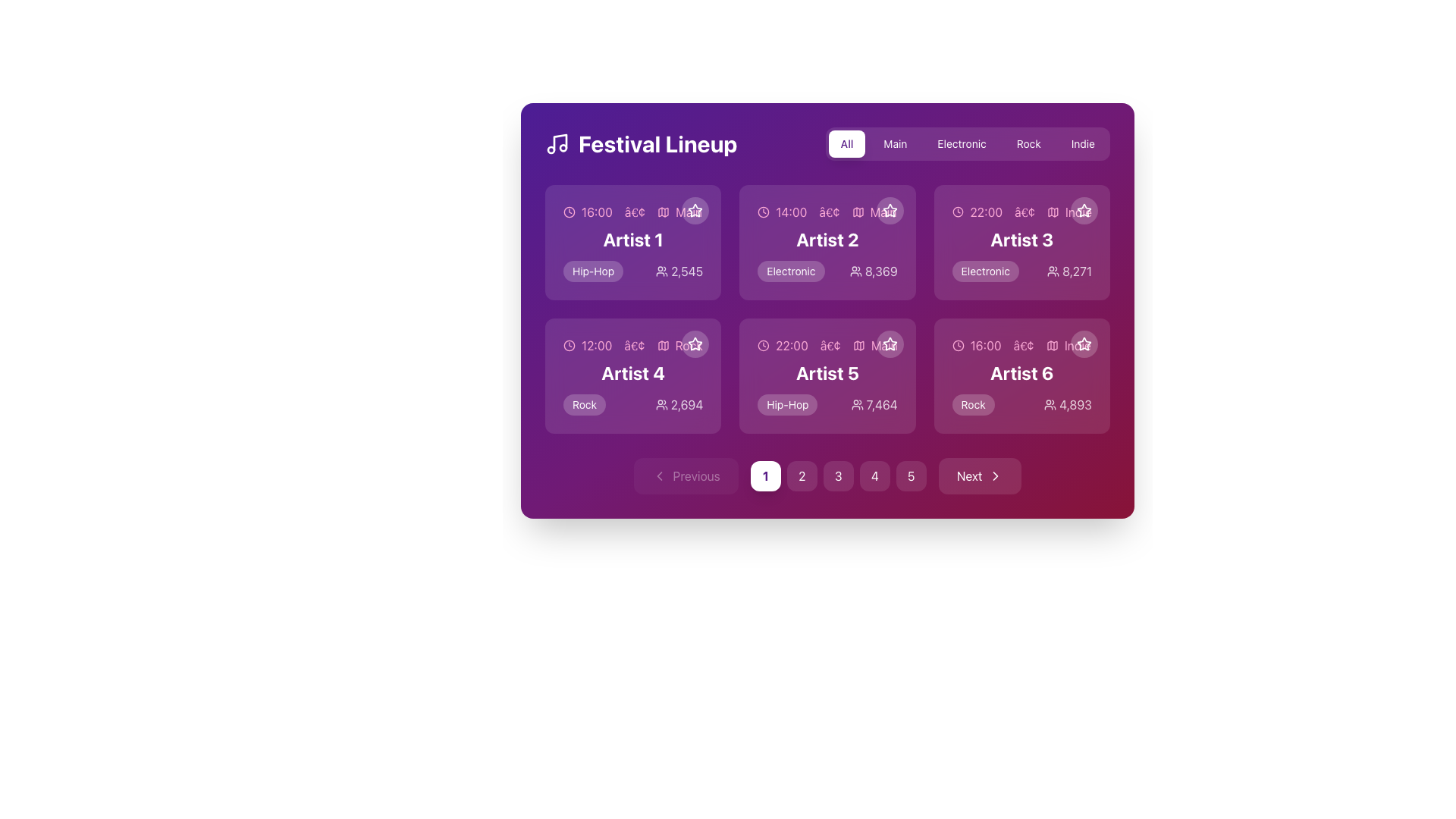 The height and width of the screenshot is (819, 1456). Describe the element at coordinates (957, 212) in the screenshot. I see `the Graphical Circle element located in the 'Artist 3' section, which serves as a decorative or functional component conveying specific status or action` at that location.